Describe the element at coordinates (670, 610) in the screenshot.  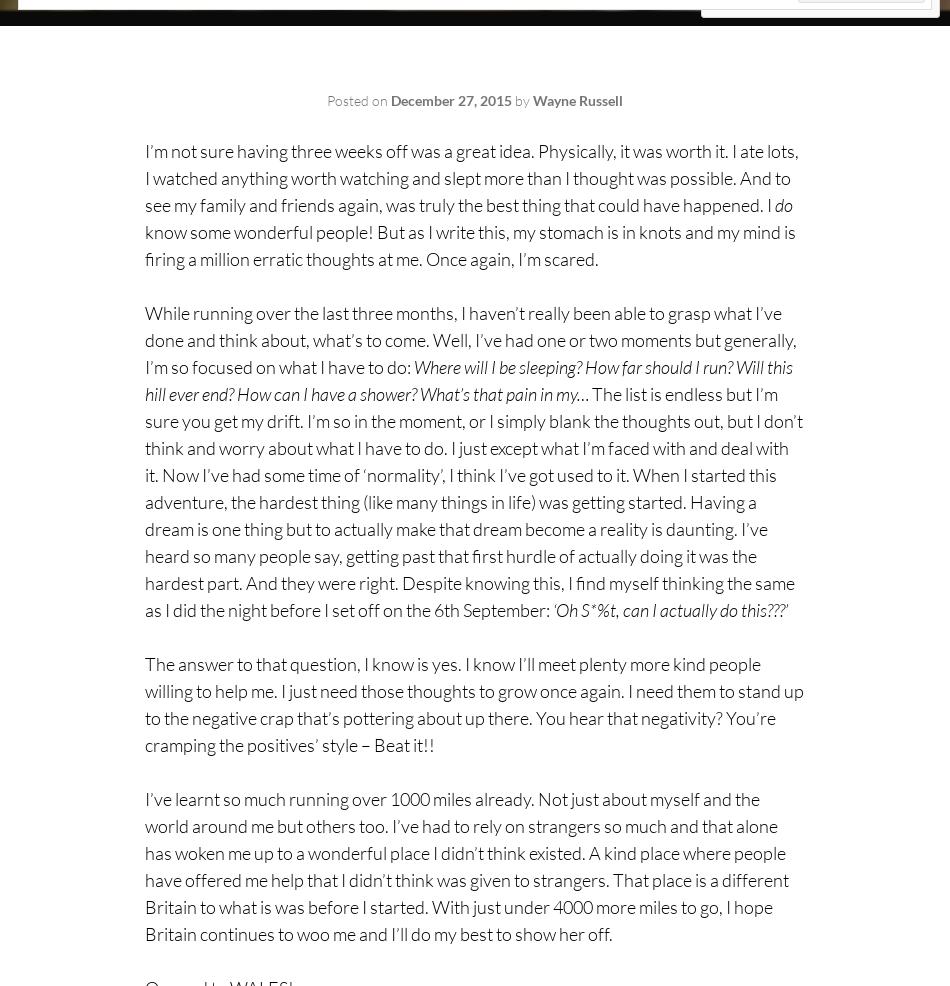
I see `'‘Oh S*%t, can I actually do this???’'` at that location.